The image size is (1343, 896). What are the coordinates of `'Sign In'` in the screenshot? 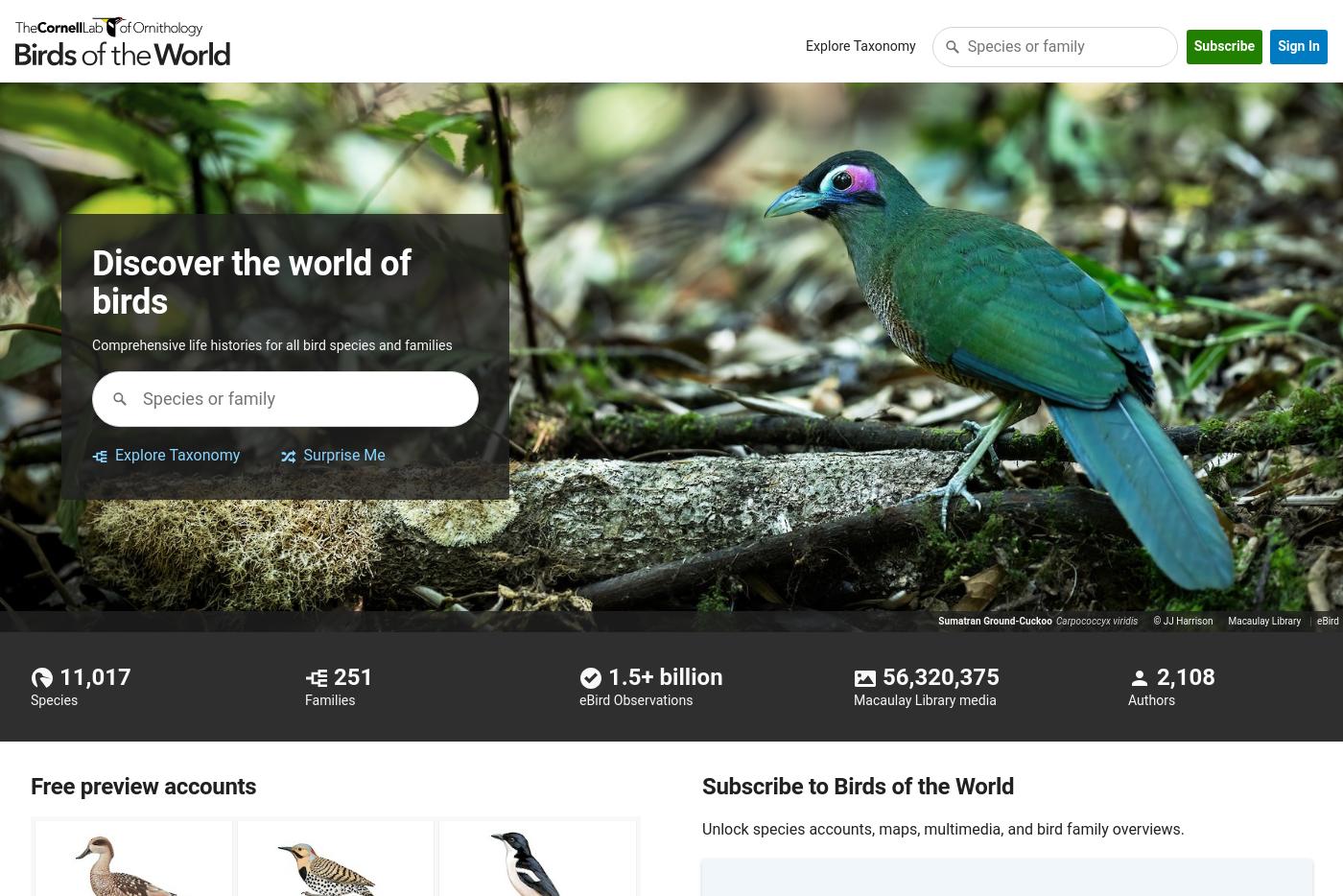 It's located at (1277, 46).